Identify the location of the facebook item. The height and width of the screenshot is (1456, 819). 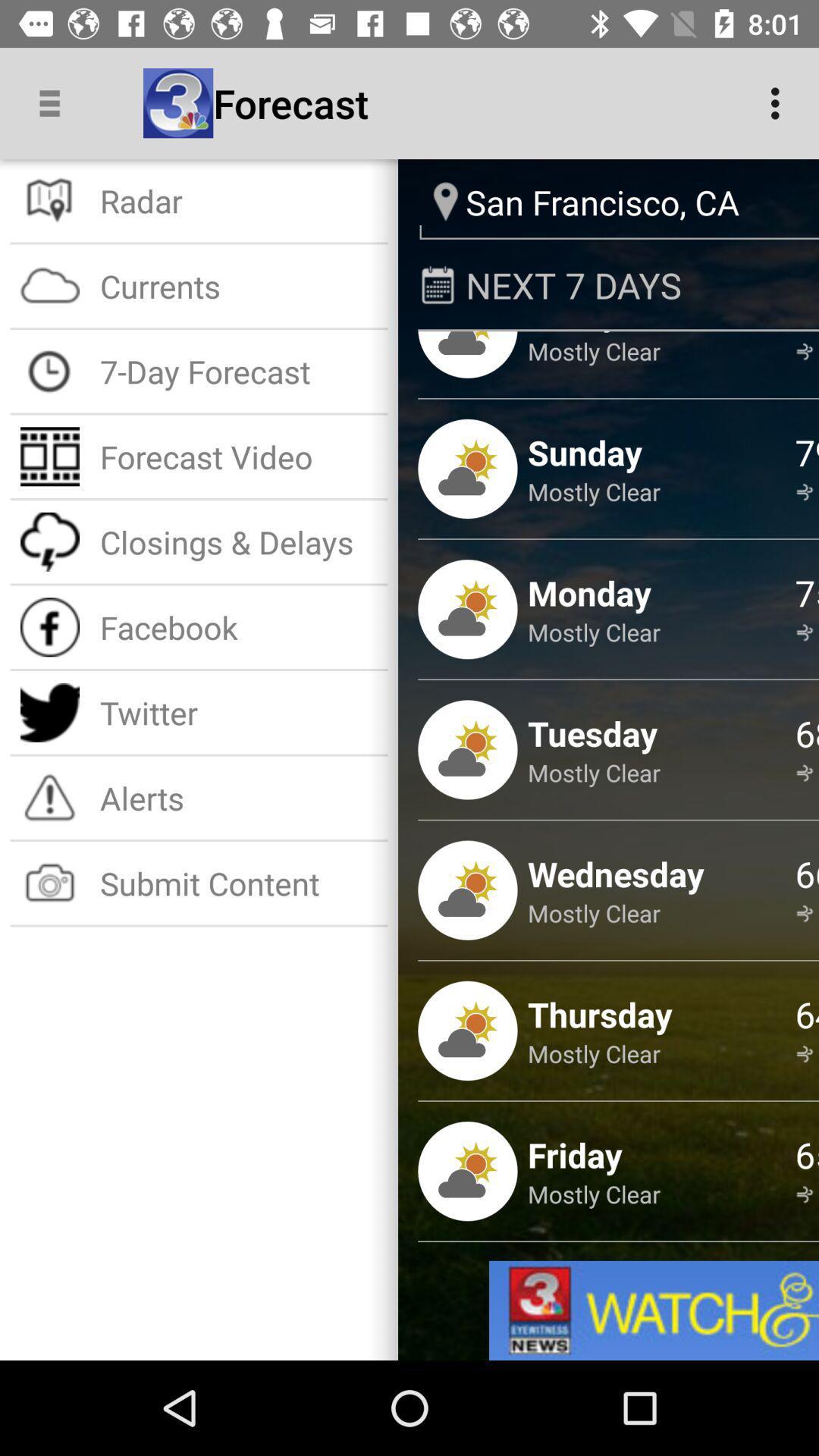
(239, 627).